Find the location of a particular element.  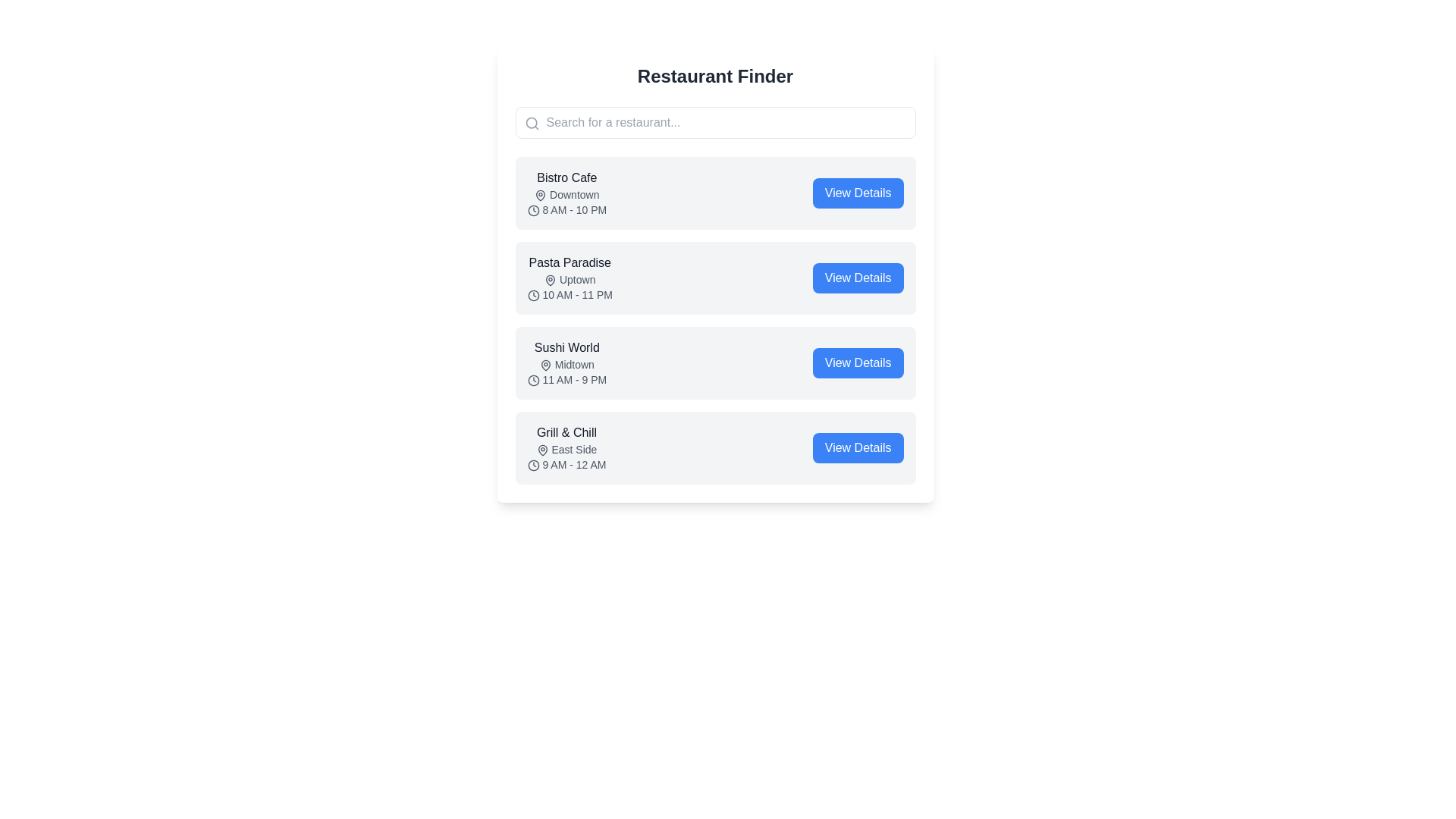

the pin-shaped icon representing a location next to the text 'Midtown' in the 'Sushi World' card is located at coordinates (545, 366).